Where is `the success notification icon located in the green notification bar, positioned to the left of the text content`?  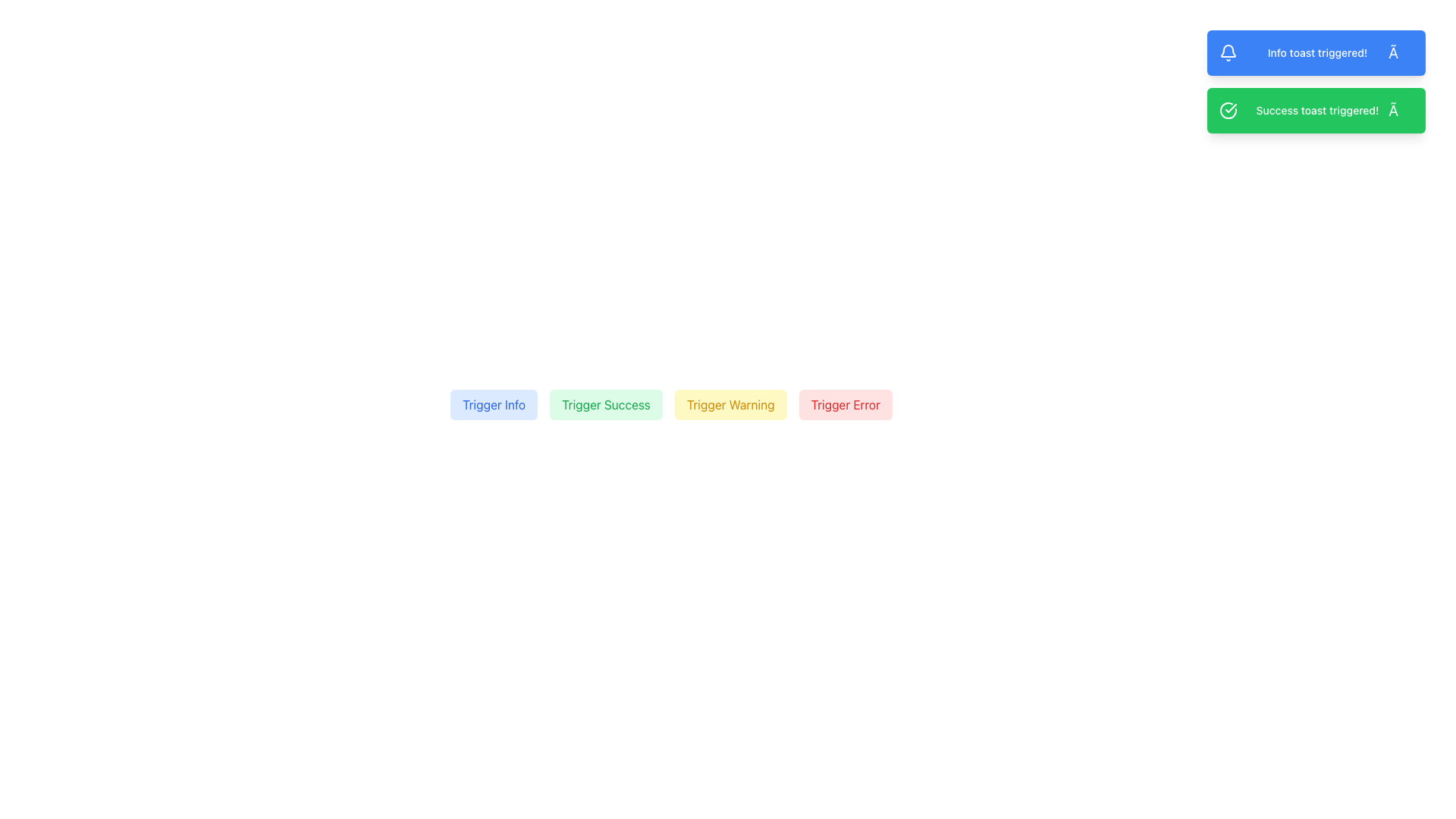
the success notification icon located in the green notification bar, positioned to the left of the text content is located at coordinates (1231, 107).